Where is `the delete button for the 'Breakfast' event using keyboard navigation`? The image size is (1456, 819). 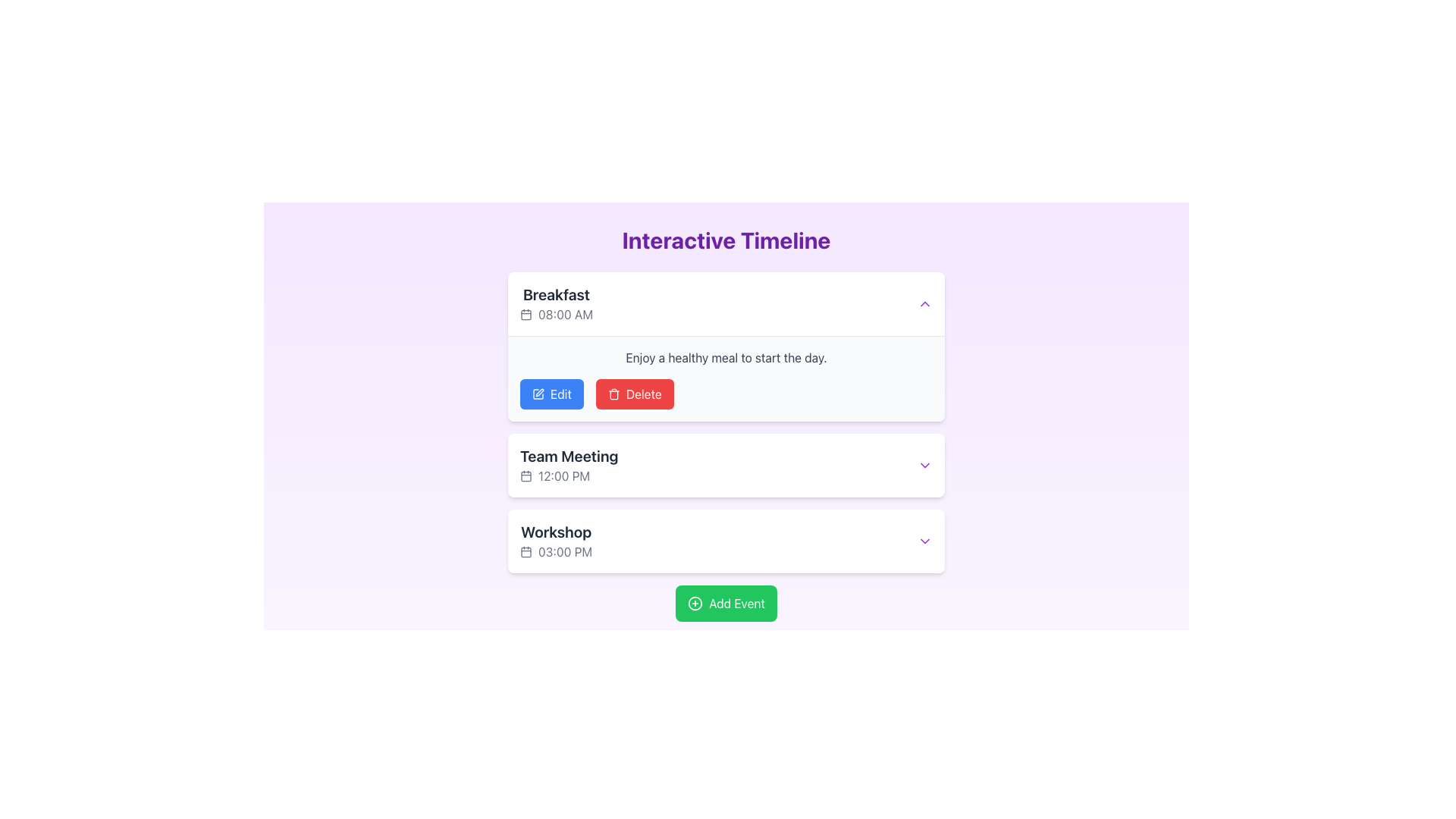
the delete button for the 'Breakfast' event using keyboard navigation is located at coordinates (635, 394).